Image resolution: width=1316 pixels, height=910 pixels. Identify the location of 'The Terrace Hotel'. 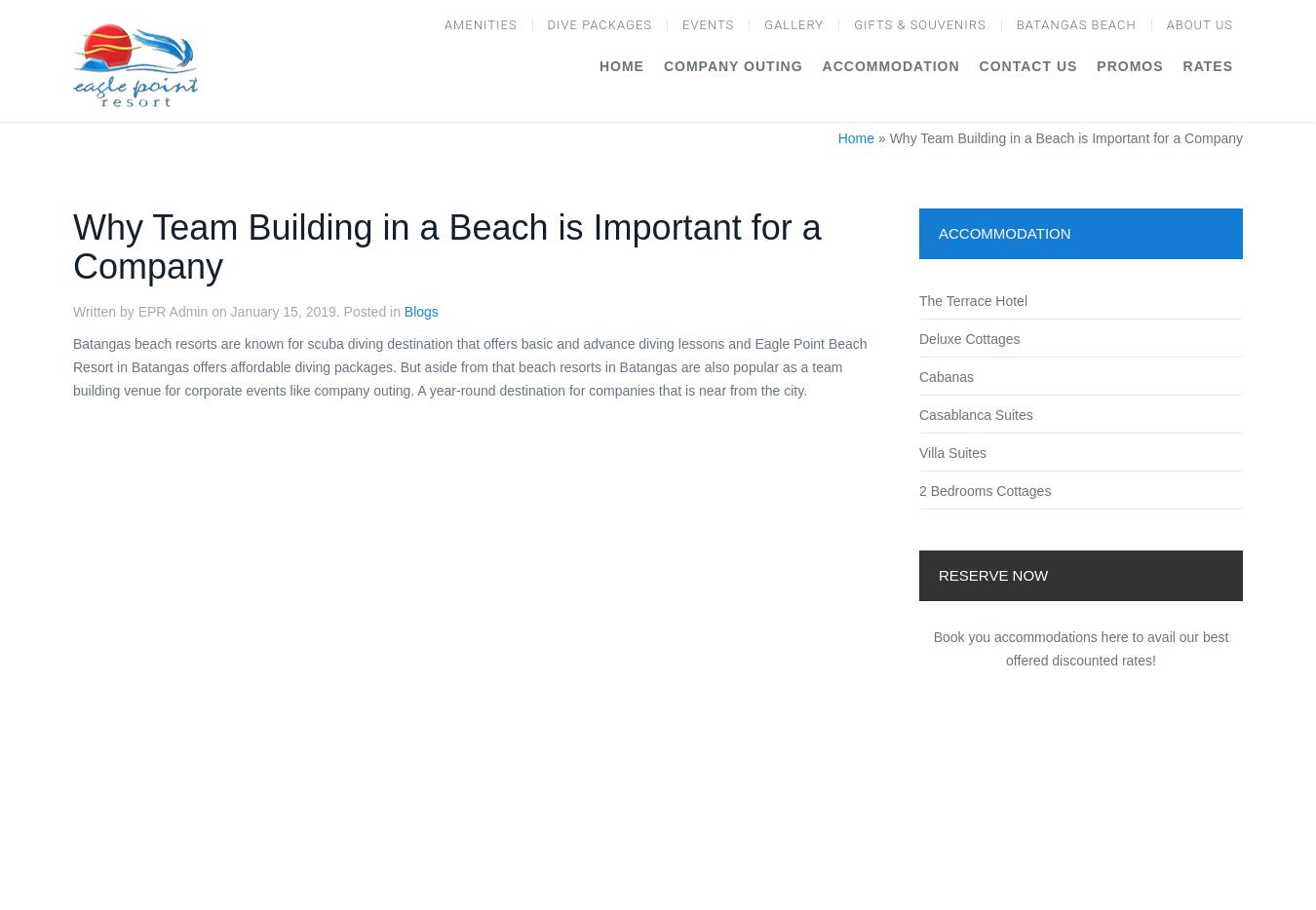
(972, 299).